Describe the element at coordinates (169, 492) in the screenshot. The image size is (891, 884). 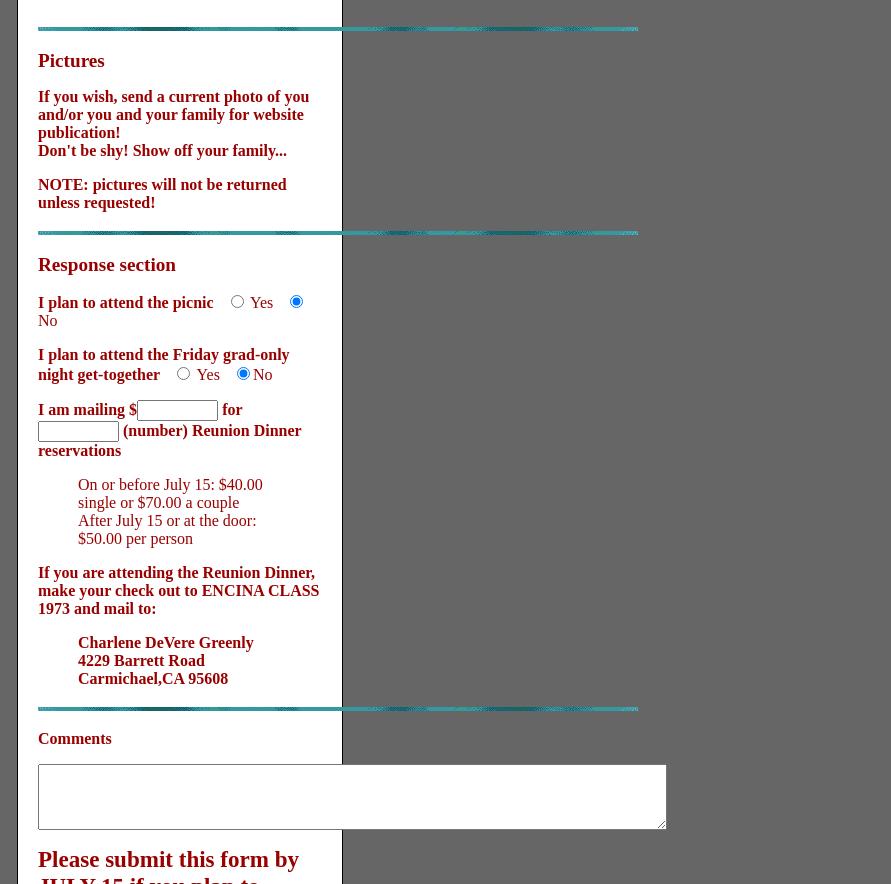
I see `'On or before July 15: $40.00 single or $70.00 a couple'` at that location.